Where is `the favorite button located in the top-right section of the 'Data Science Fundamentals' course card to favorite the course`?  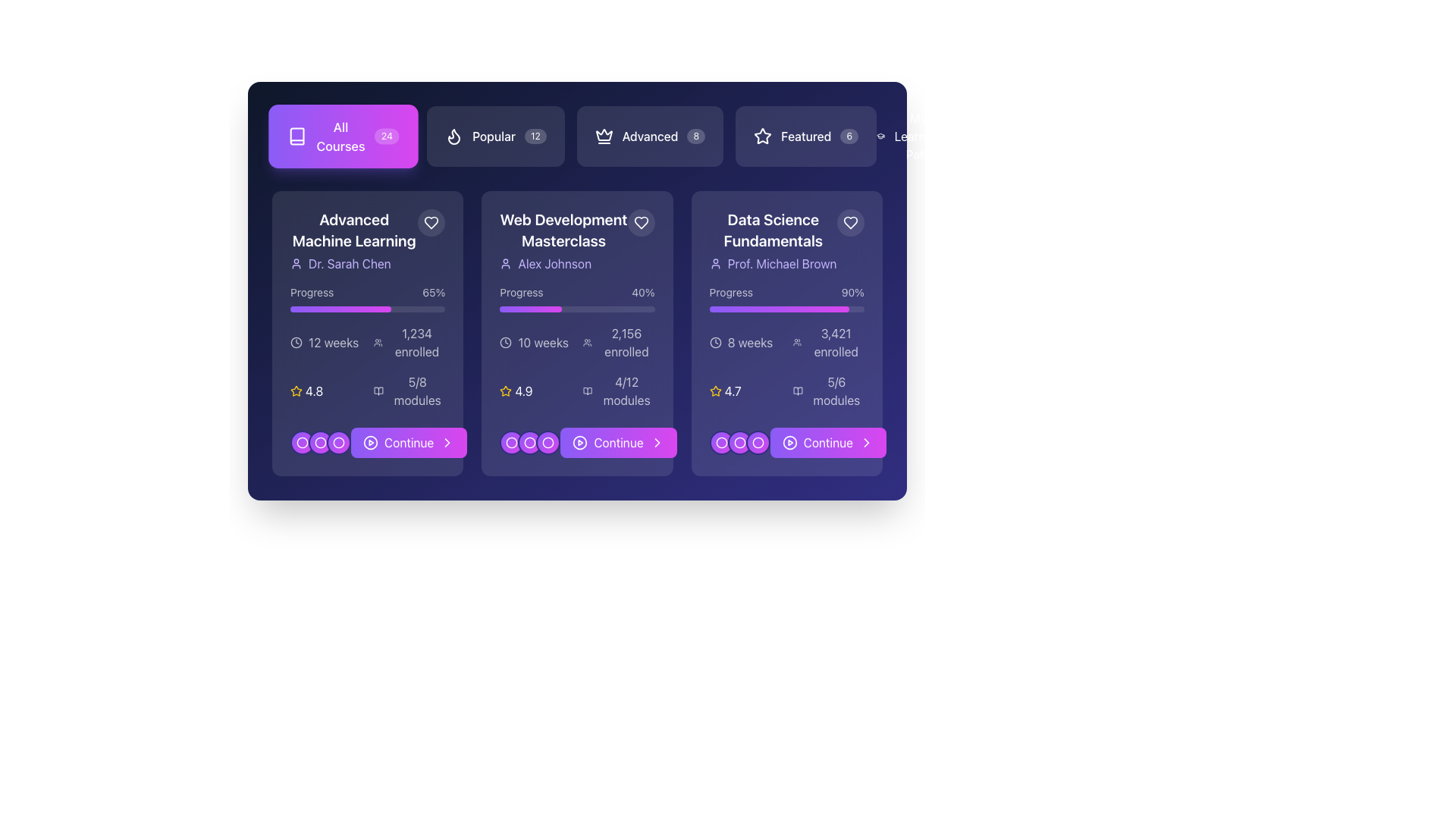
the favorite button located in the top-right section of the 'Data Science Fundamentals' course card to favorite the course is located at coordinates (851, 222).